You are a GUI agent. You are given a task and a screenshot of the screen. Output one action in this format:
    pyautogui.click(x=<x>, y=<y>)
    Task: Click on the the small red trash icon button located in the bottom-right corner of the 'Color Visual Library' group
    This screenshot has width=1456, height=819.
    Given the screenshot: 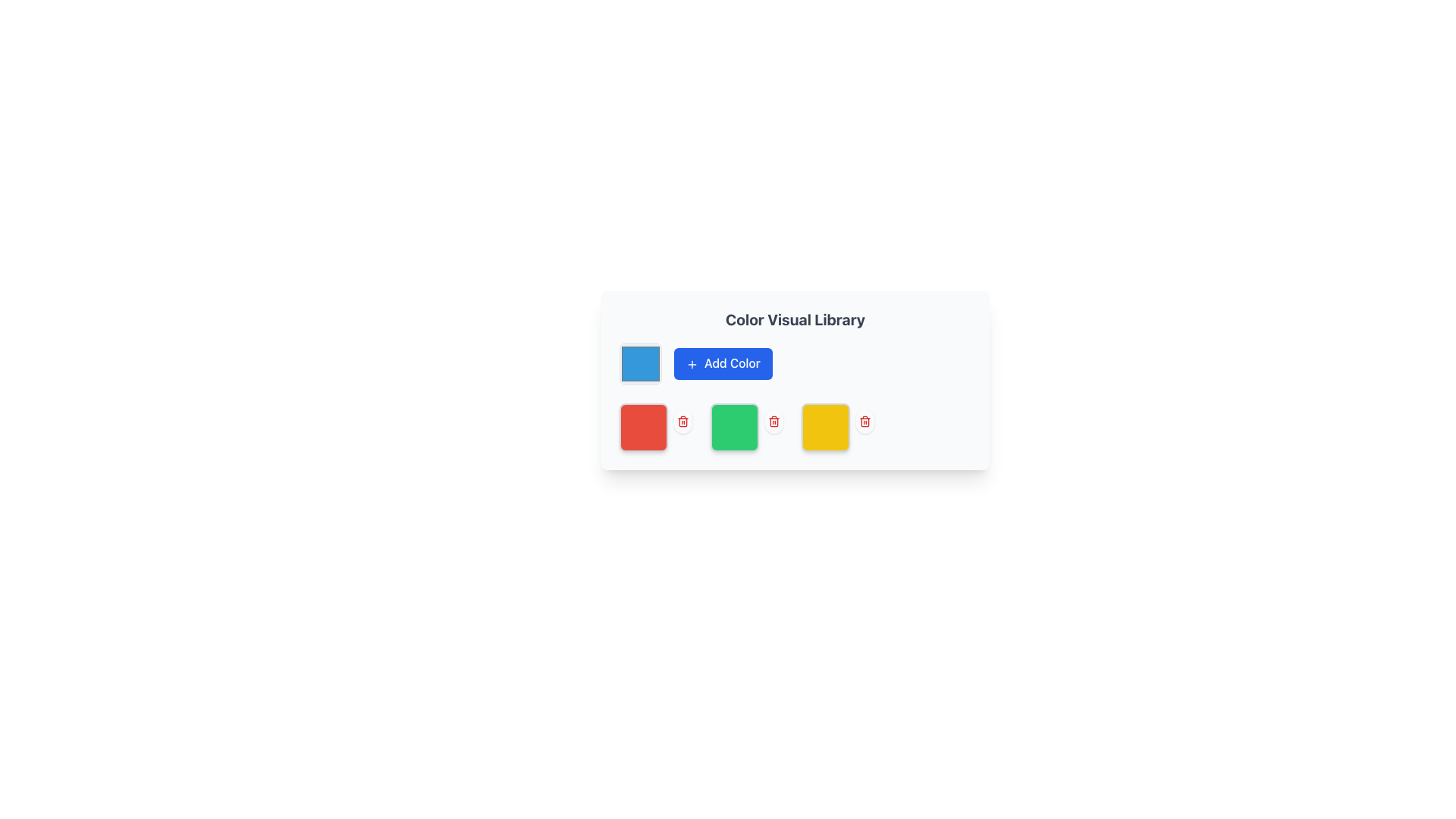 What is the action you would take?
    pyautogui.click(x=865, y=421)
    